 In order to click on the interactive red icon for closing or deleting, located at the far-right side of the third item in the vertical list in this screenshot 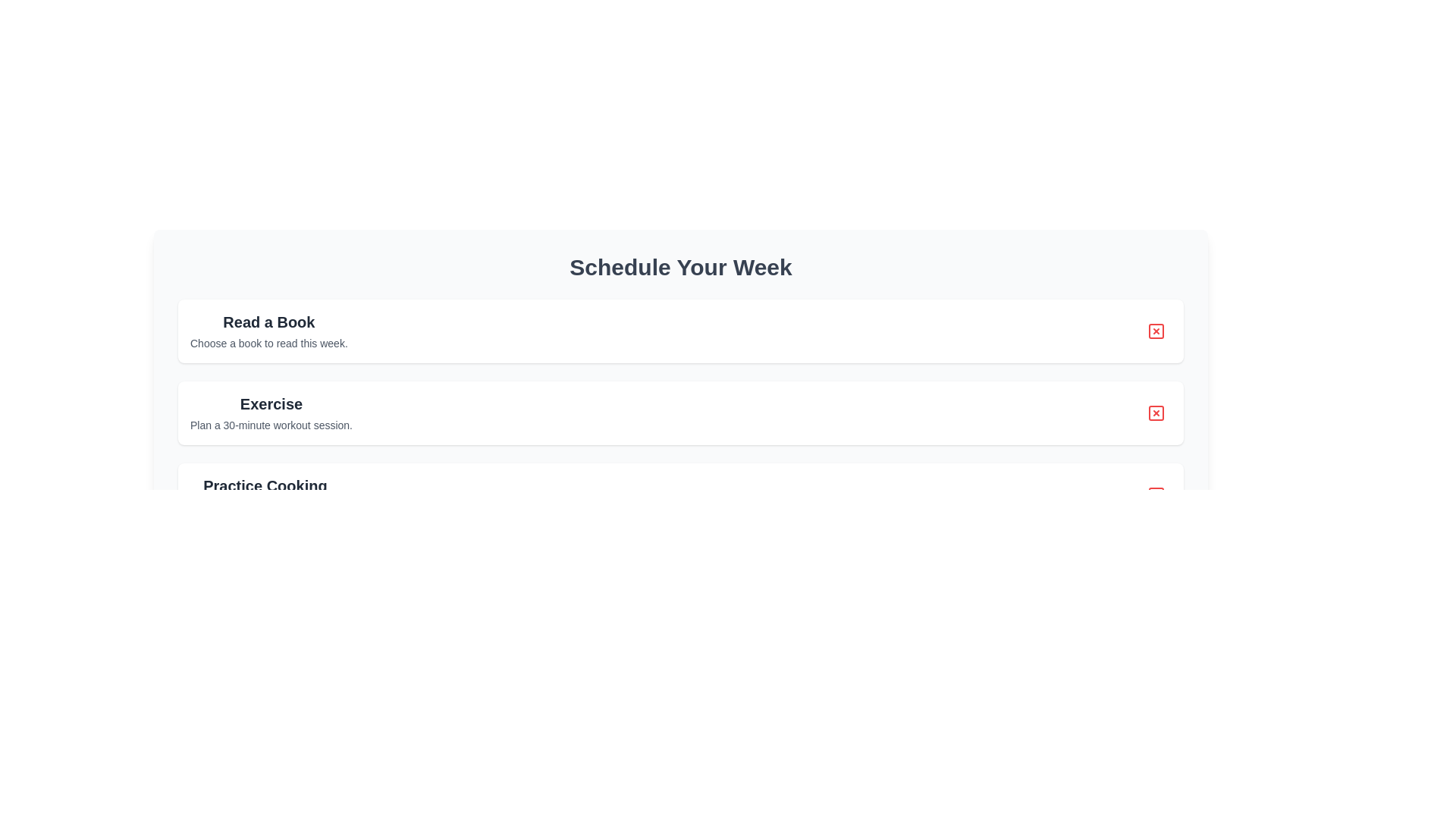, I will do `click(1156, 576)`.